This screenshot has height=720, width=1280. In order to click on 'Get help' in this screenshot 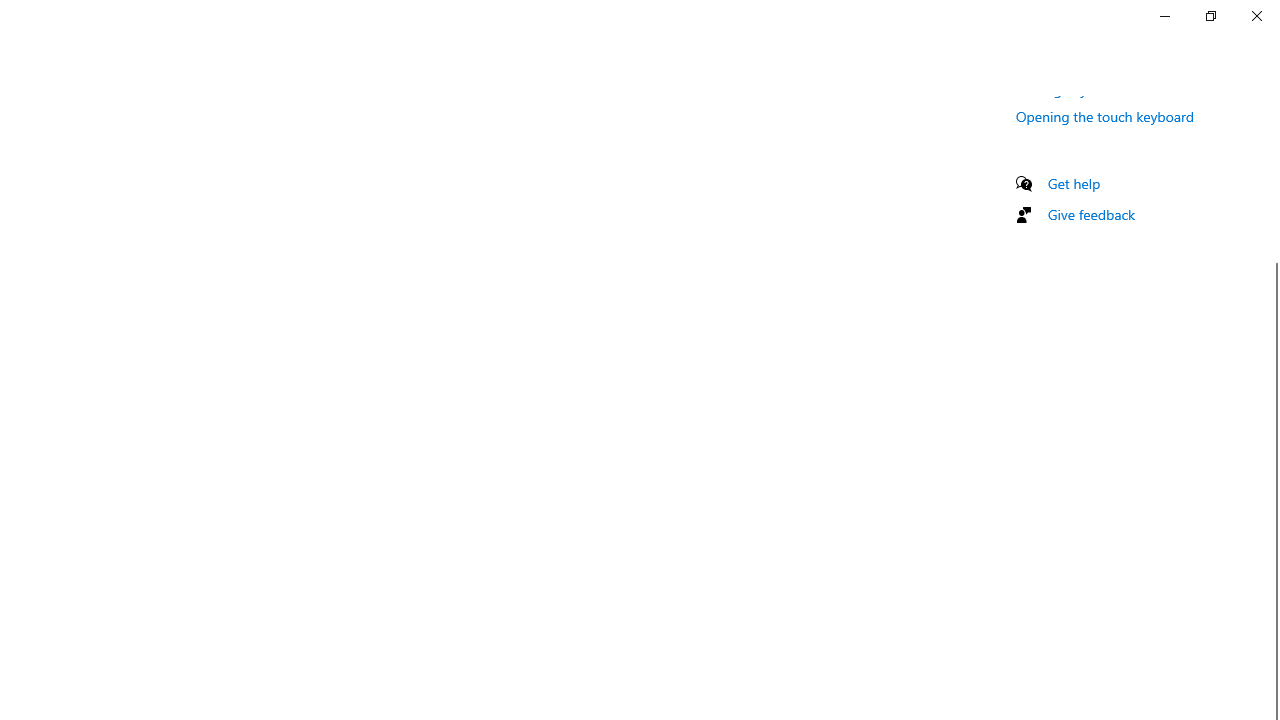, I will do `click(1073, 183)`.